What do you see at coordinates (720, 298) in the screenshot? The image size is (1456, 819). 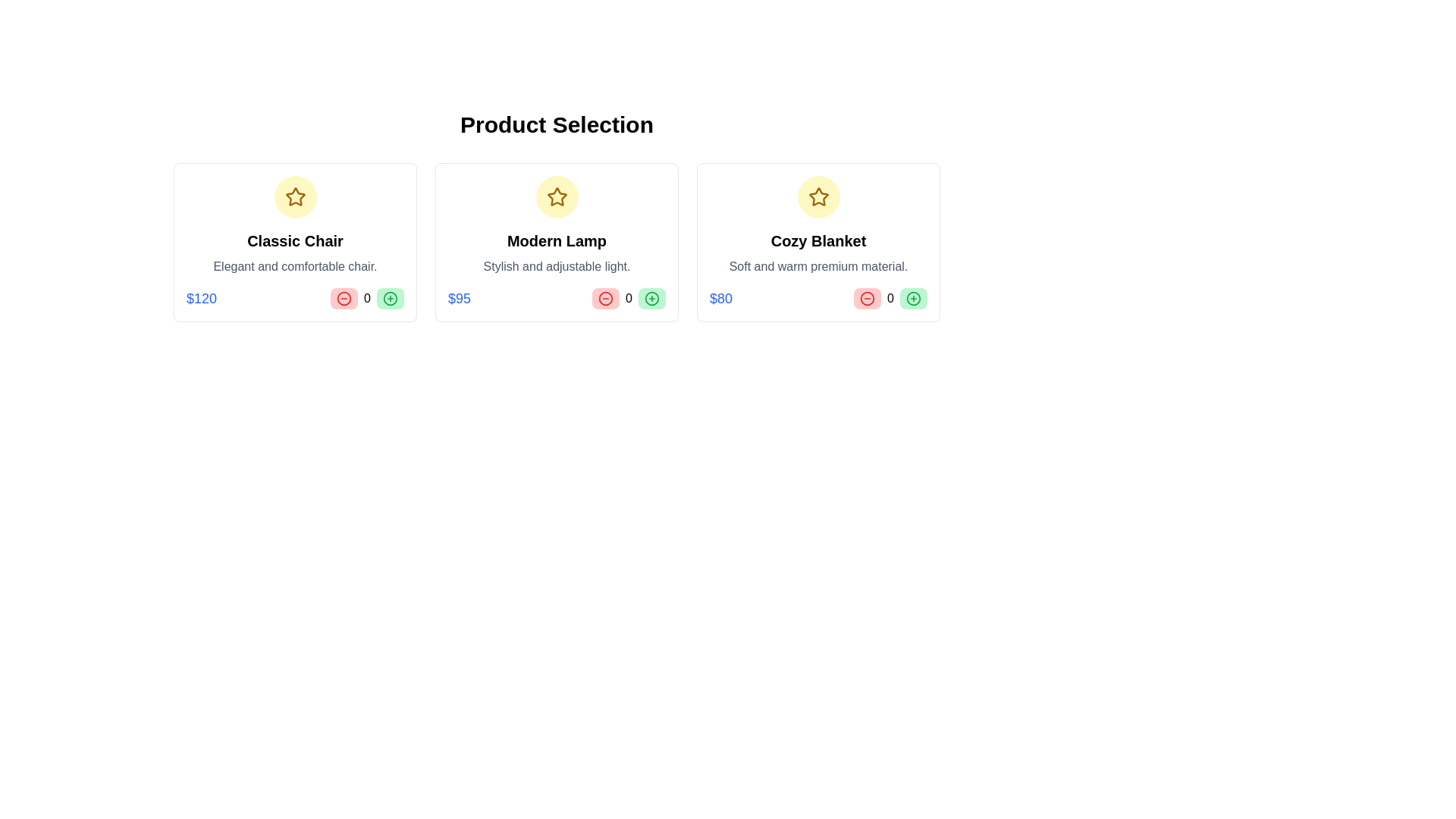 I see `the text display showing '$80' in blue font located under the 'Cozy Blanket' product card` at bounding box center [720, 298].